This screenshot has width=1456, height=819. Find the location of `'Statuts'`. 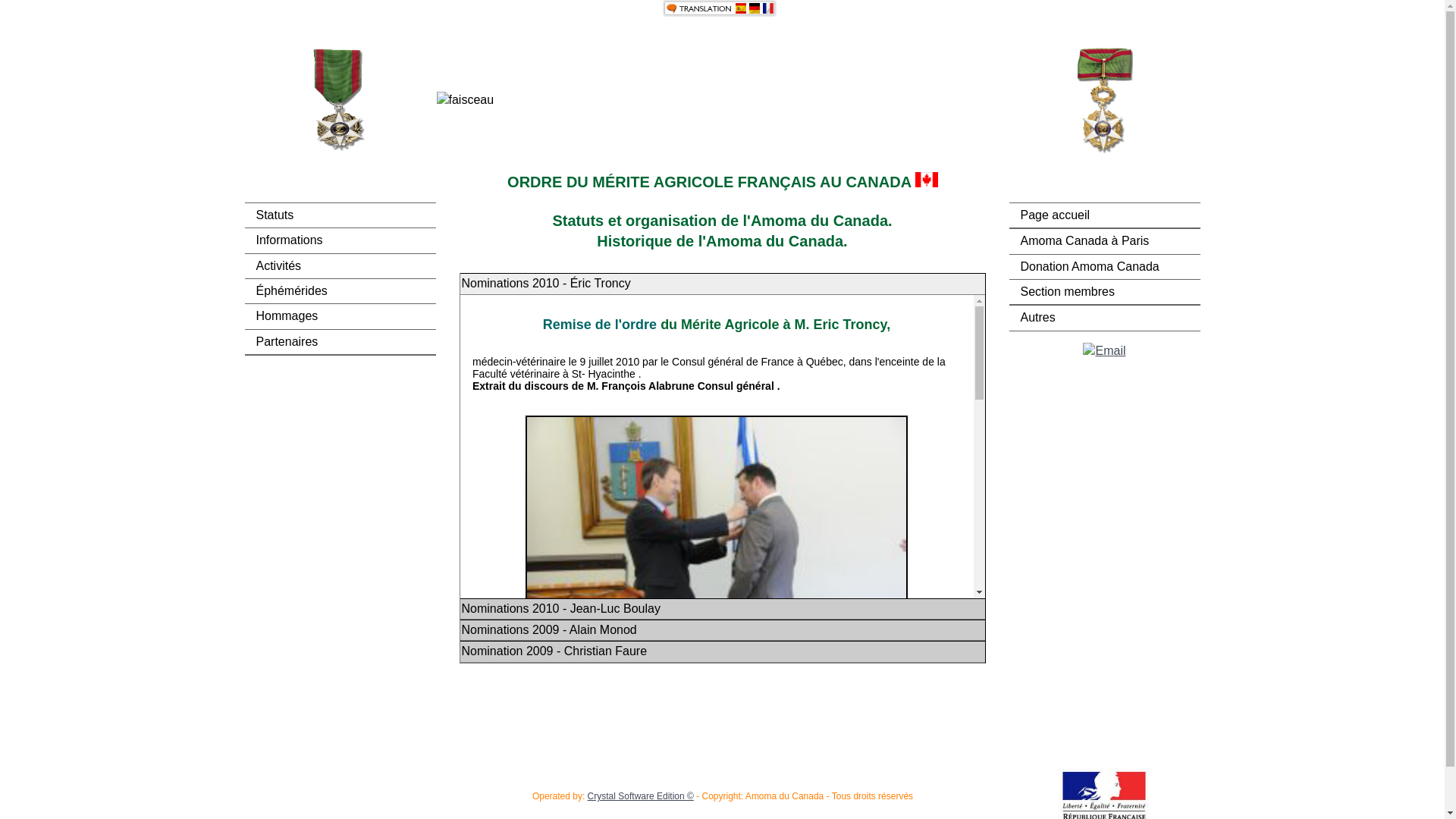

'Statuts' is located at coordinates (338, 215).